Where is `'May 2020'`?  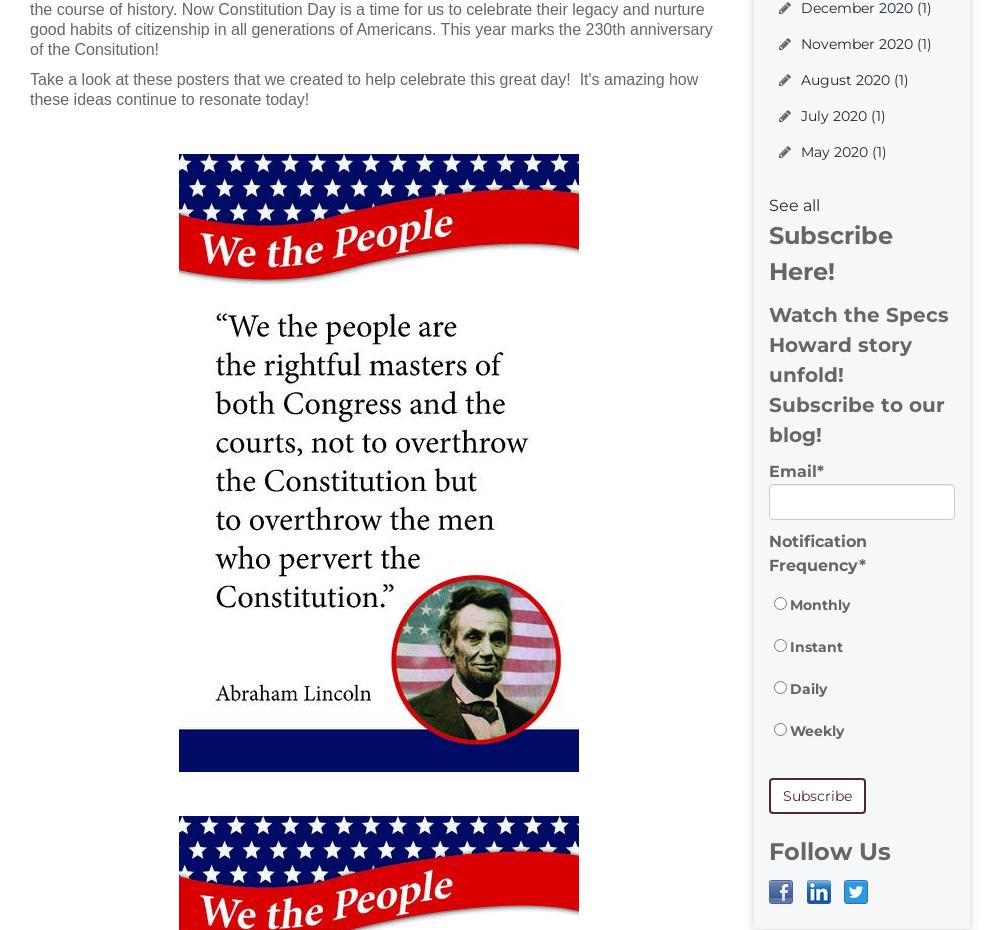 'May 2020' is located at coordinates (801, 151).